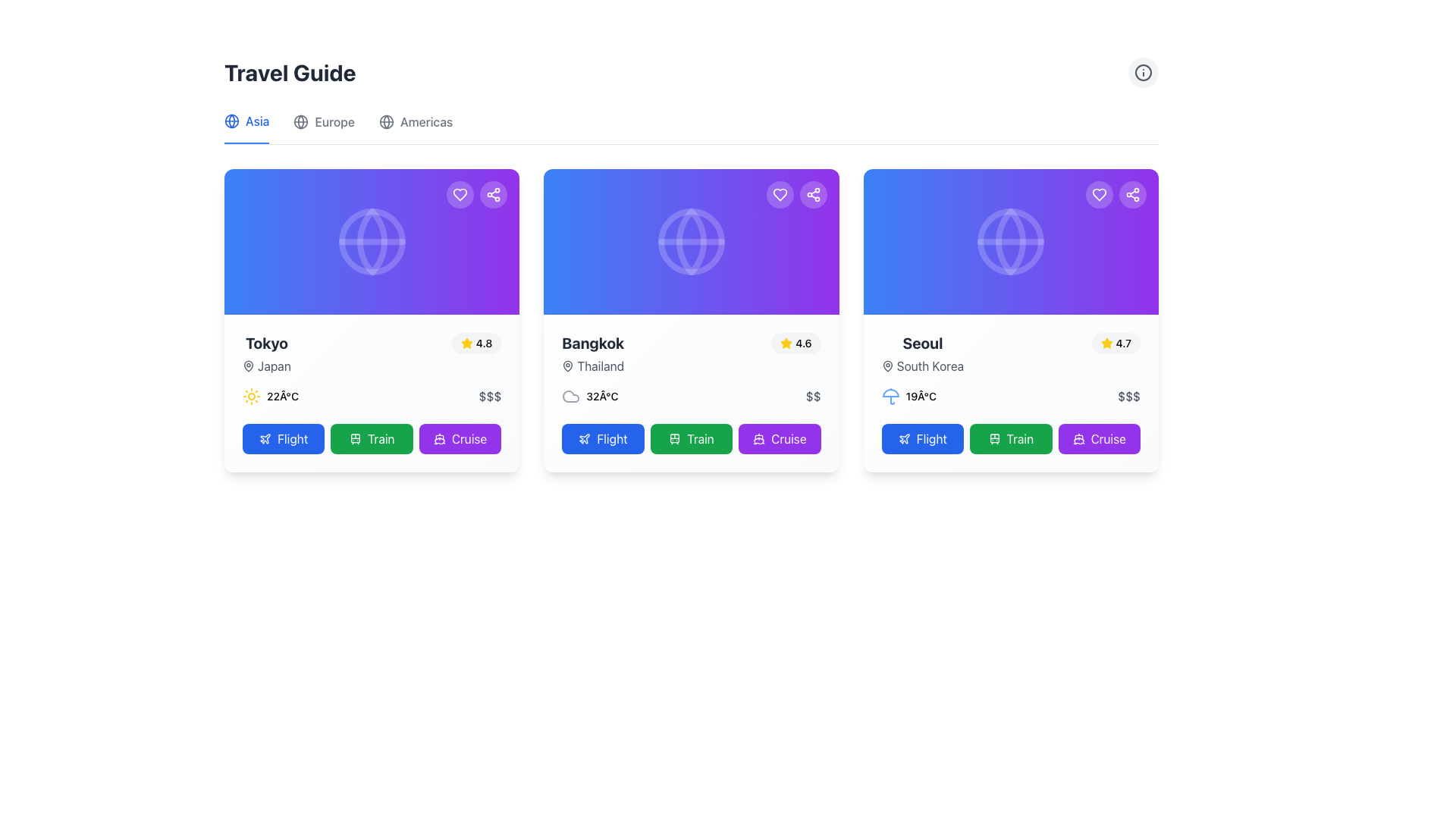 The width and height of the screenshot is (1456, 819). Describe the element at coordinates (567, 366) in the screenshot. I see `the geographical location icon representing 'Thailand', which is located directly to the left of the text within the Bangkok travel card` at that location.